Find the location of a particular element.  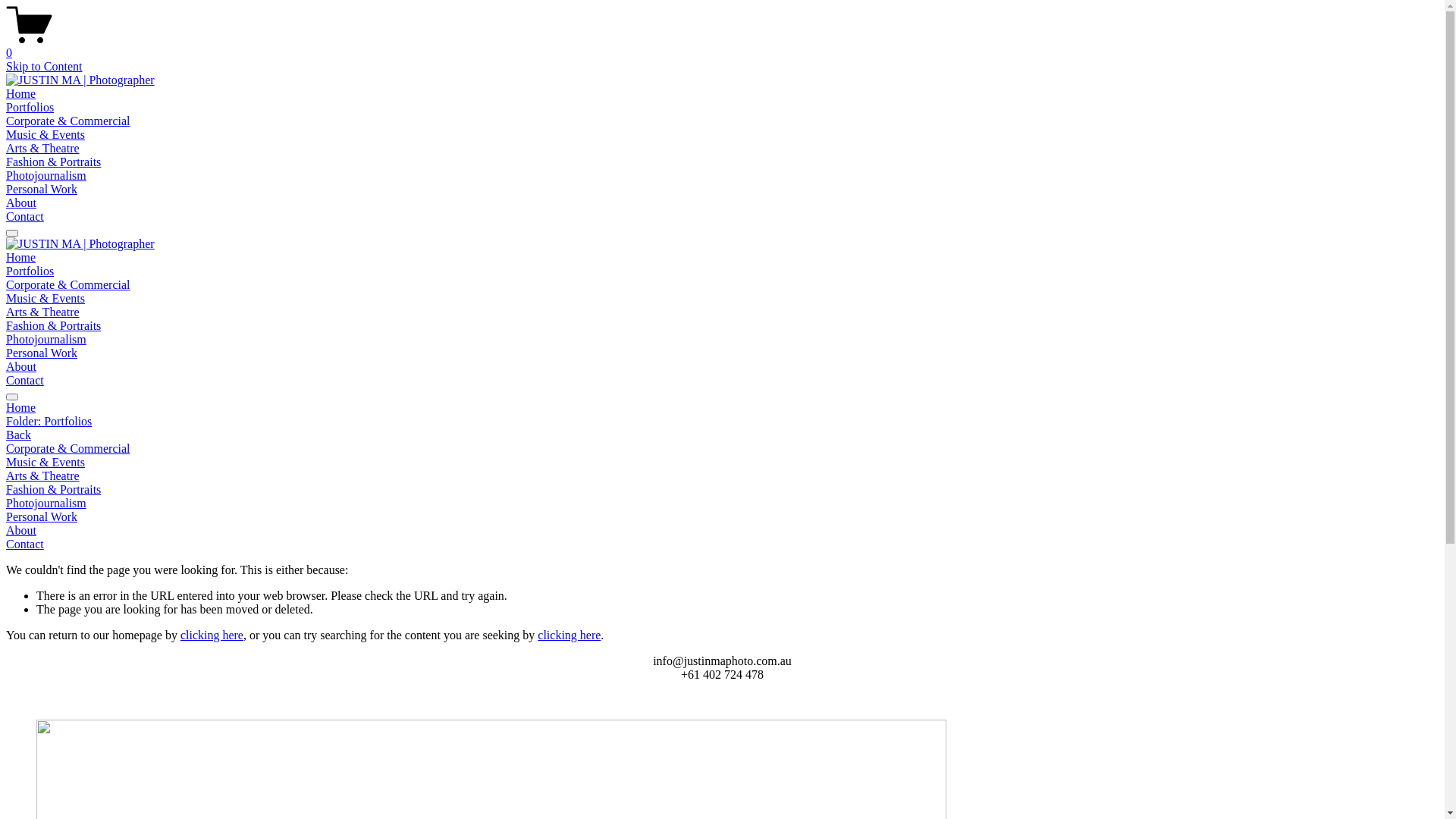

'Photojournalism' is located at coordinates (46, 338).